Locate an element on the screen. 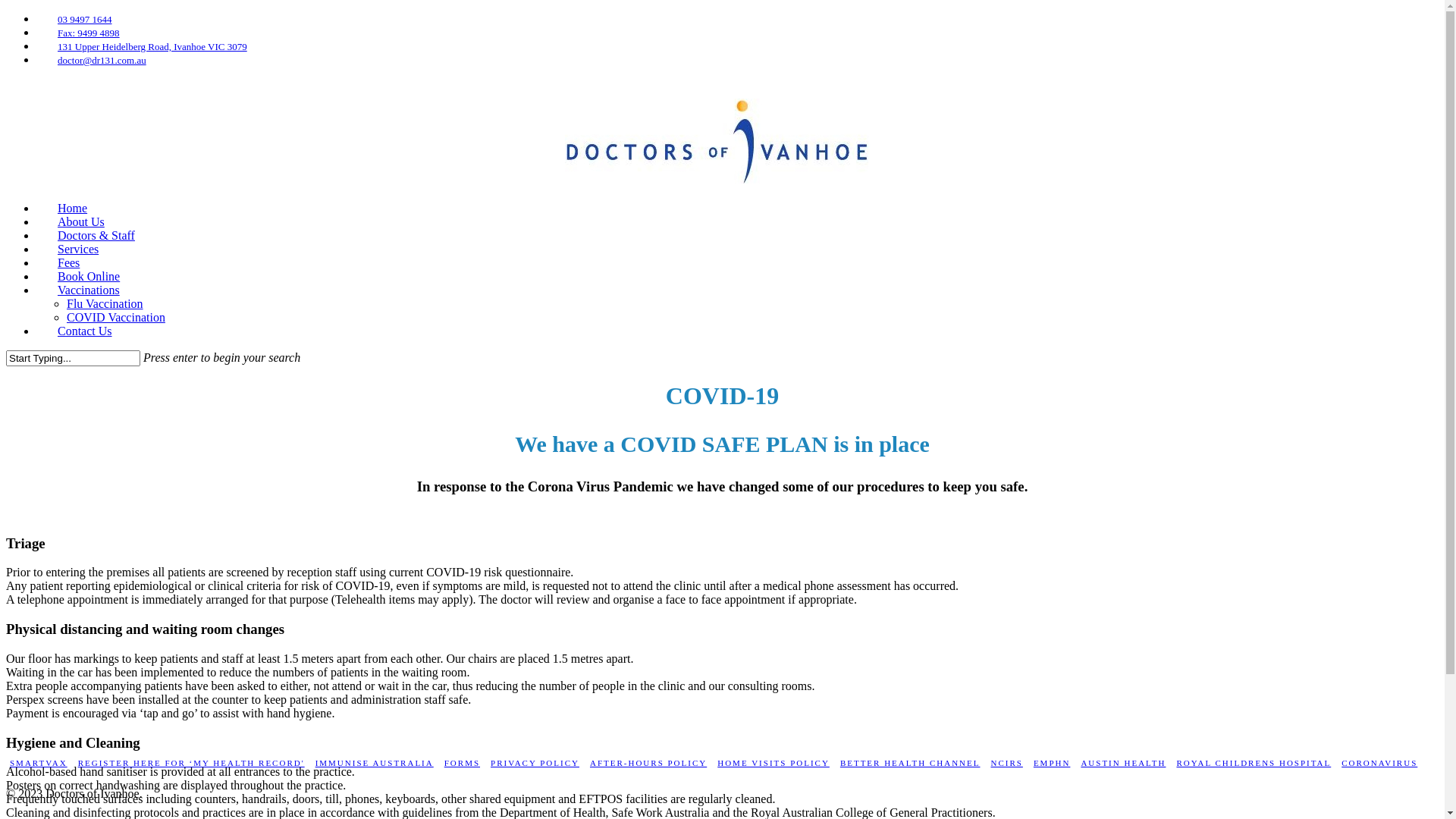  'About Us' is located at coordinates (80, 221).